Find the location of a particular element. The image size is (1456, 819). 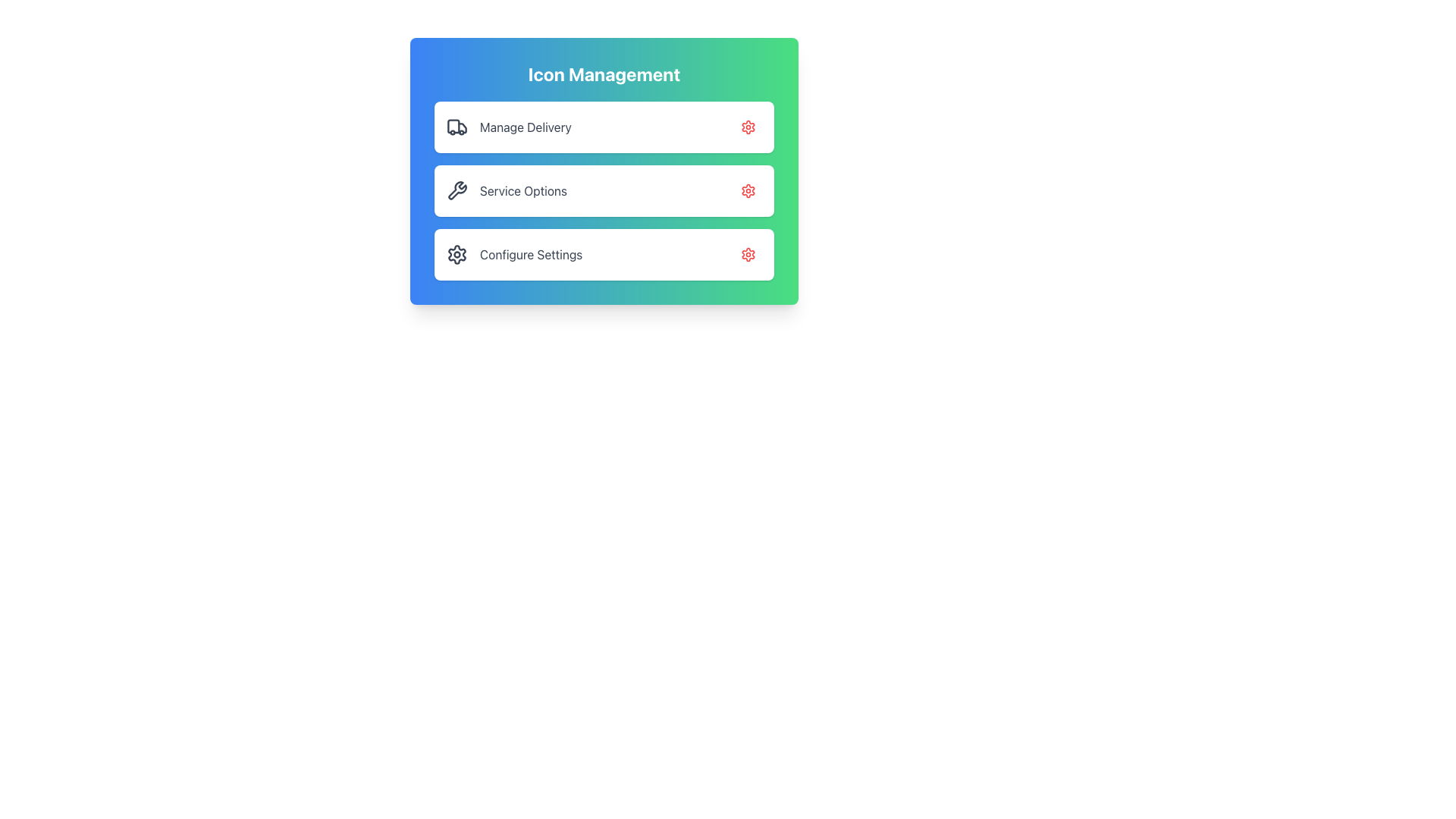

text label that describes the action or content associated with the menu card, located in the second entry of a vertically stacked list of options, centrally aligned within its containing card is located at coordinates (523, 190).